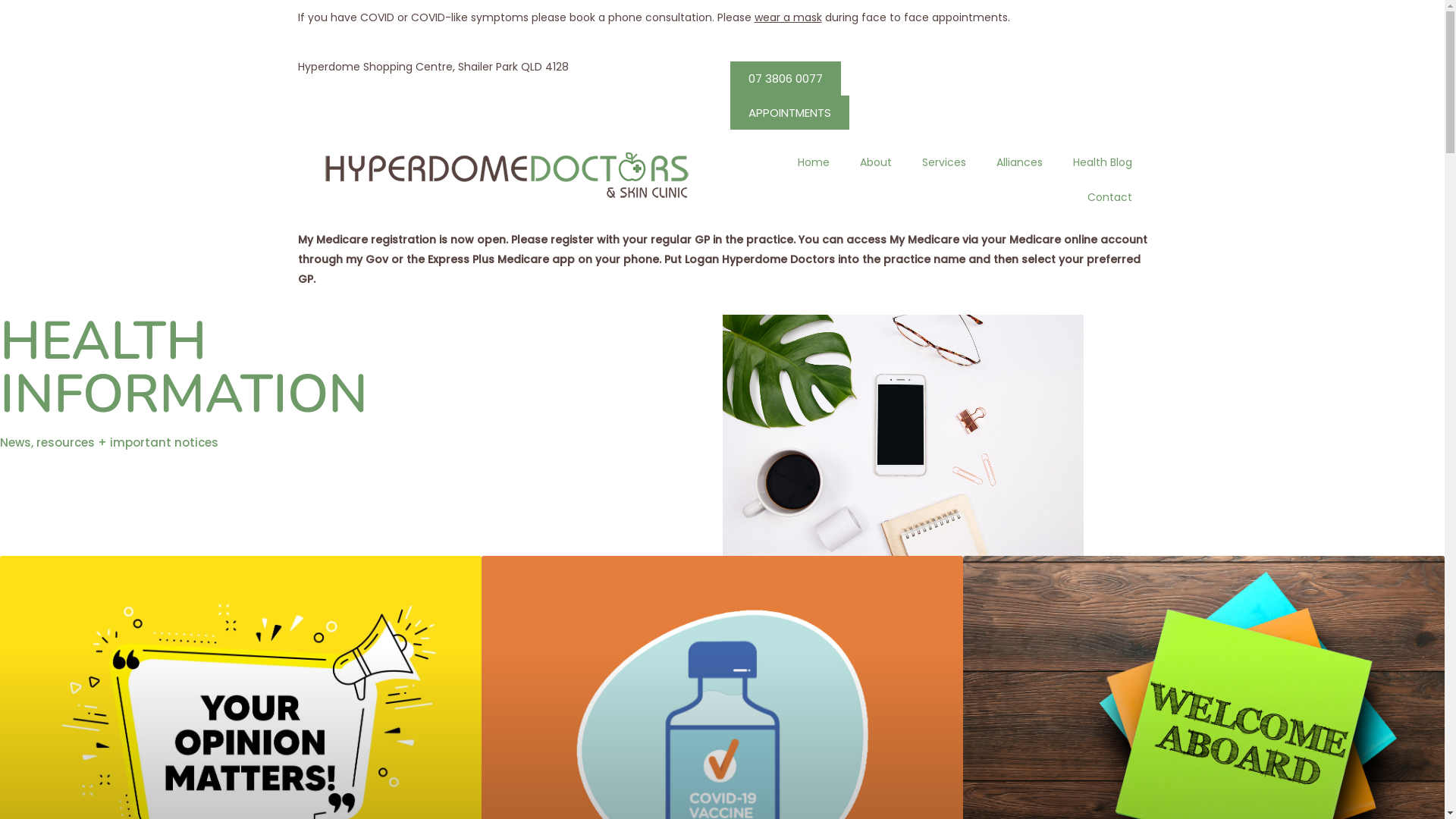 The height and width of the screenshot is (819, 1456). What do you see at coordinates (1102, 161) in the screenshot?
I see `'Health Blog'` at bounding box center [1102, 161].